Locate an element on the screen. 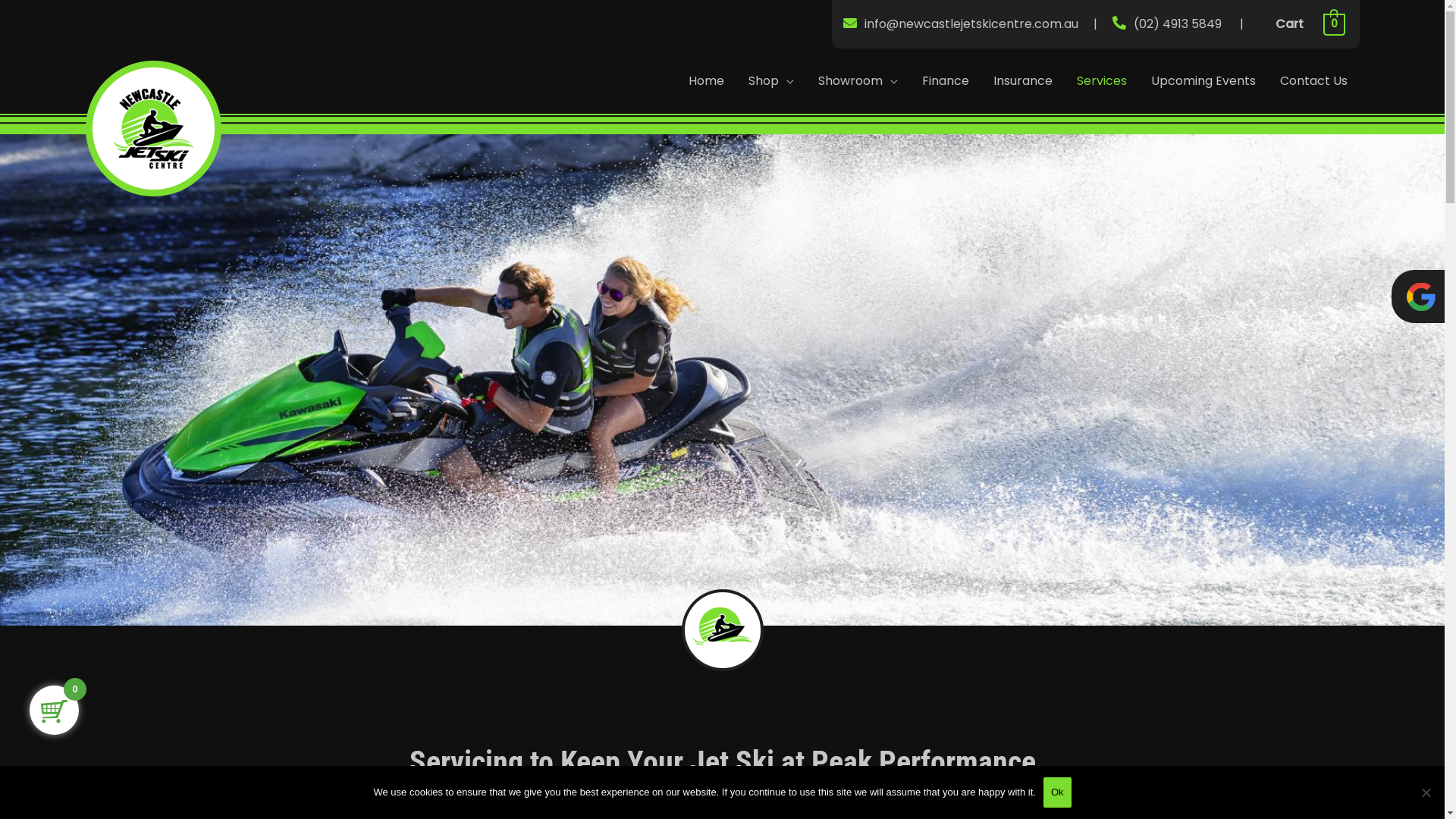  'Home' is located at coordinates (676, 81).